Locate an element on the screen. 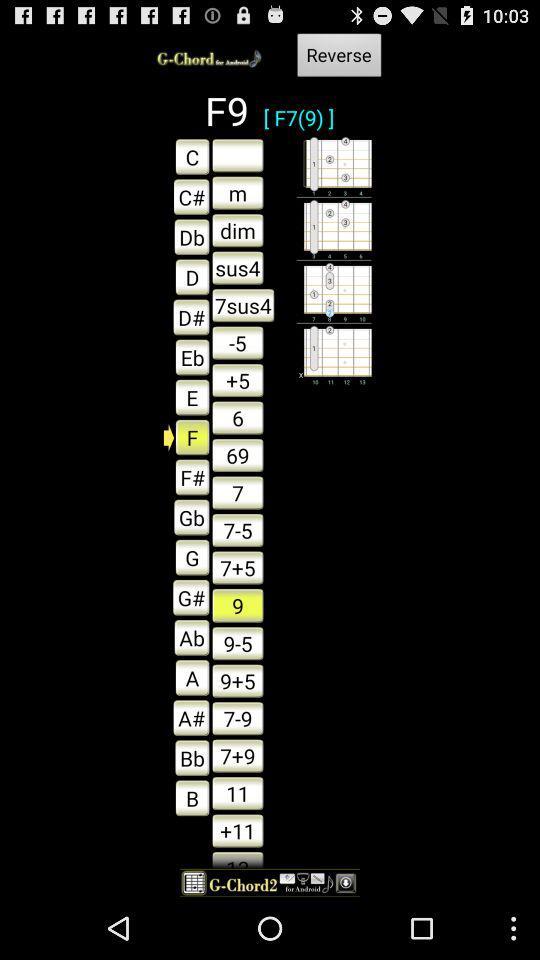 The image size is (540, 960). d is located at coordinates (187, 275).